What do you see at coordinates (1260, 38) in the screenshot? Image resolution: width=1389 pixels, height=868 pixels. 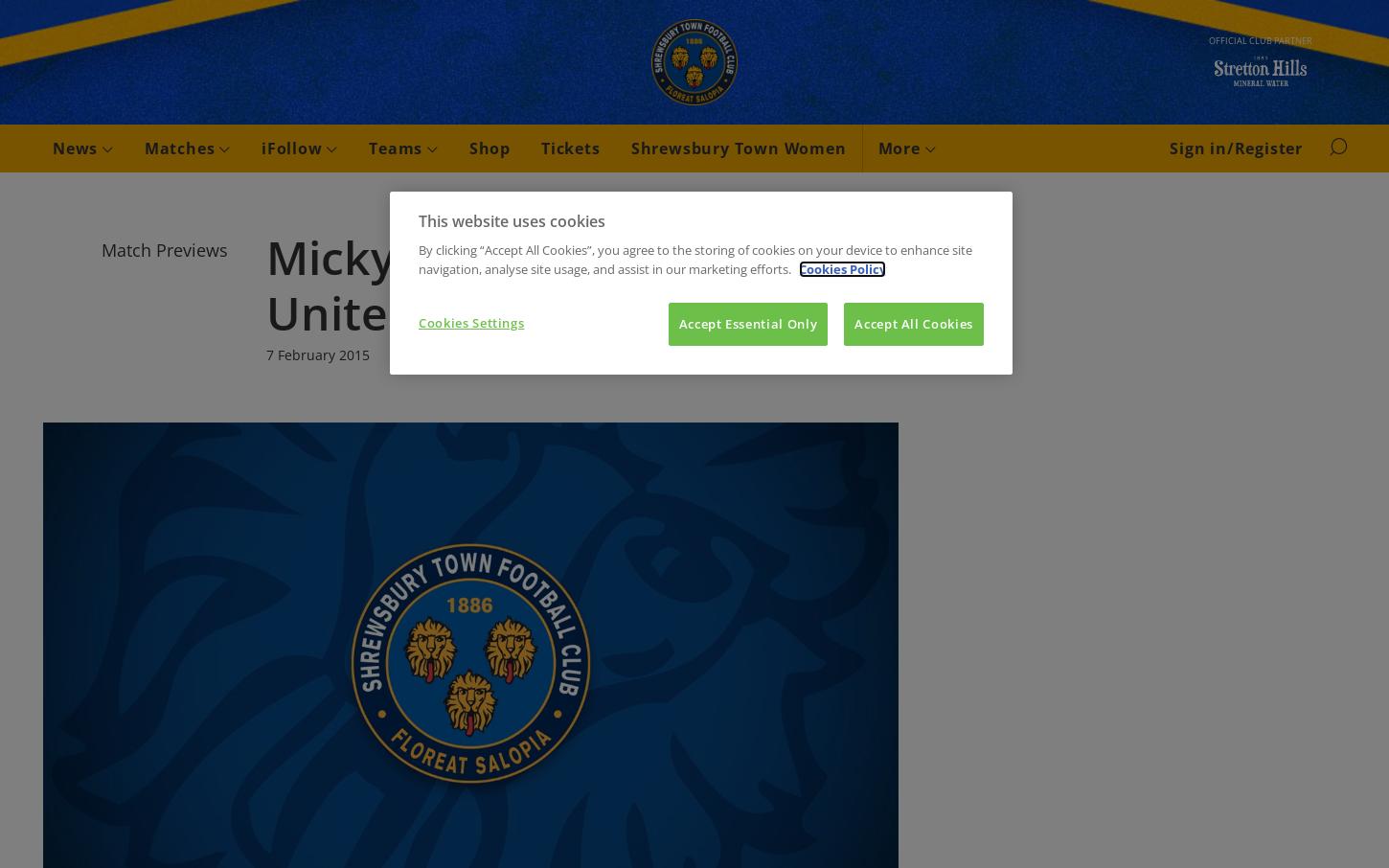 I see `'Official club partner'` at bounding box center [1260, 38].